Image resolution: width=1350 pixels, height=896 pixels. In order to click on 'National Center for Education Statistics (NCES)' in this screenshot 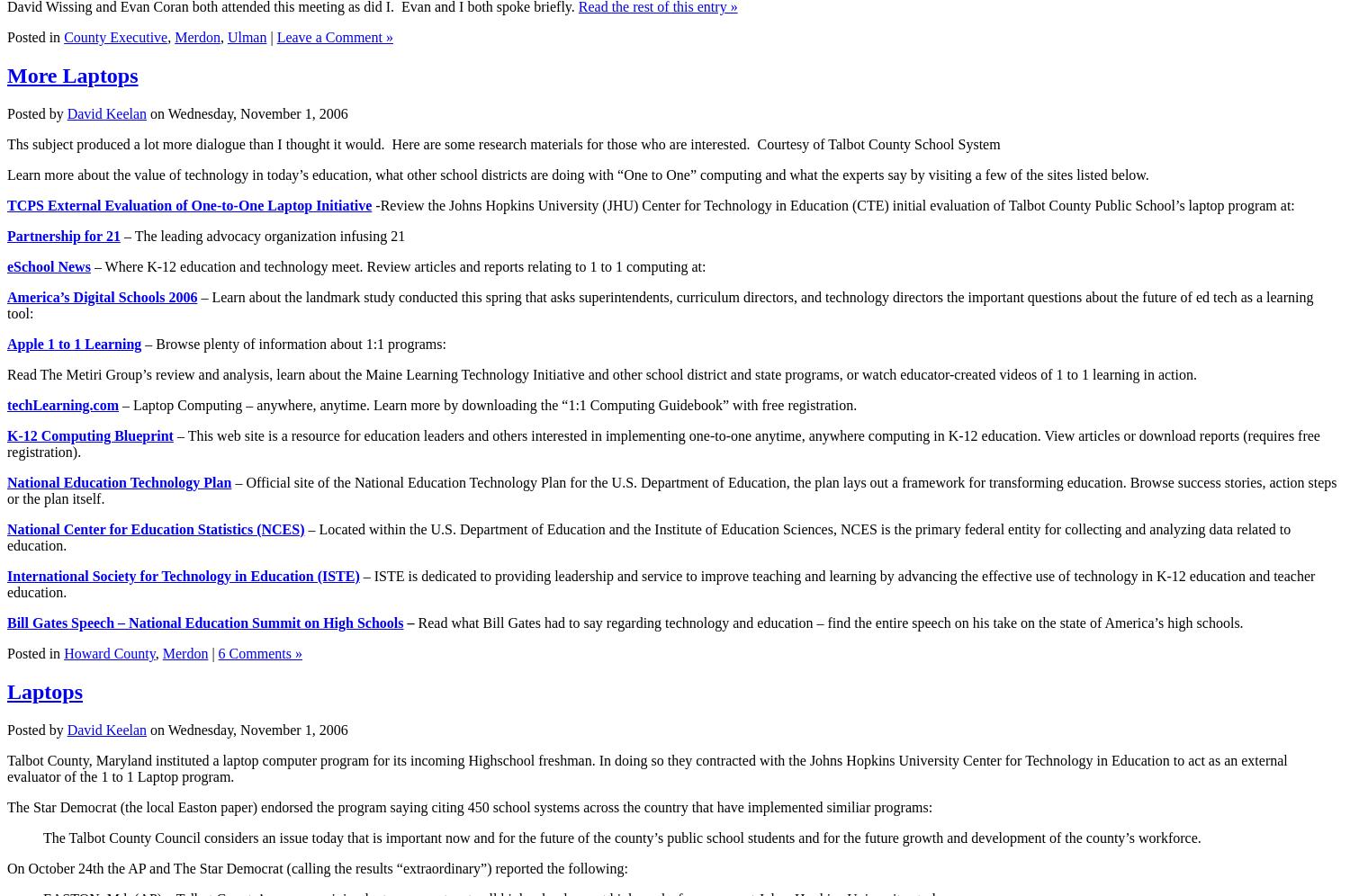, I will do `click(155, 529)`.